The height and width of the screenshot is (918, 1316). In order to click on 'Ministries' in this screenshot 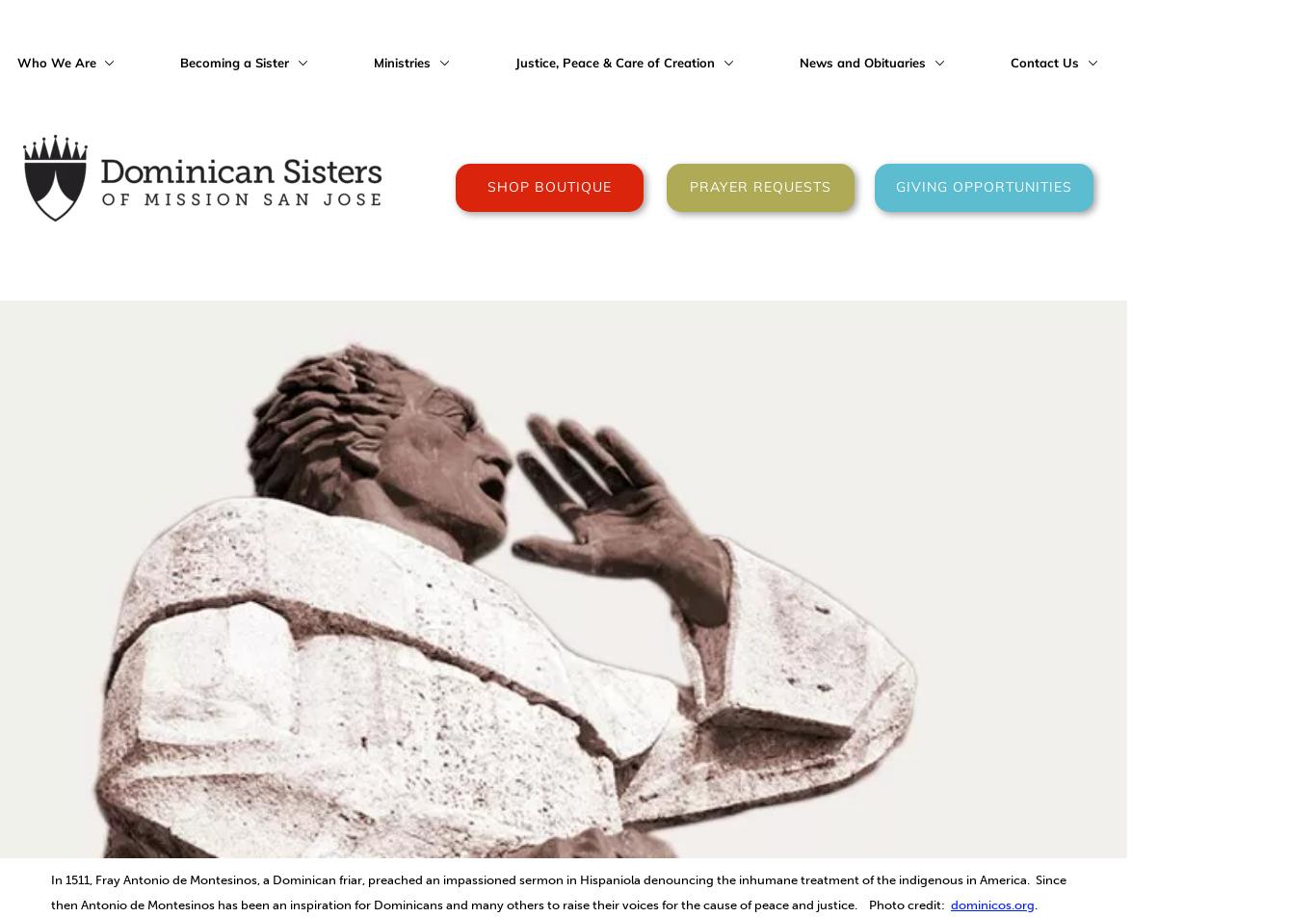, I will do `click(403, 61)`.